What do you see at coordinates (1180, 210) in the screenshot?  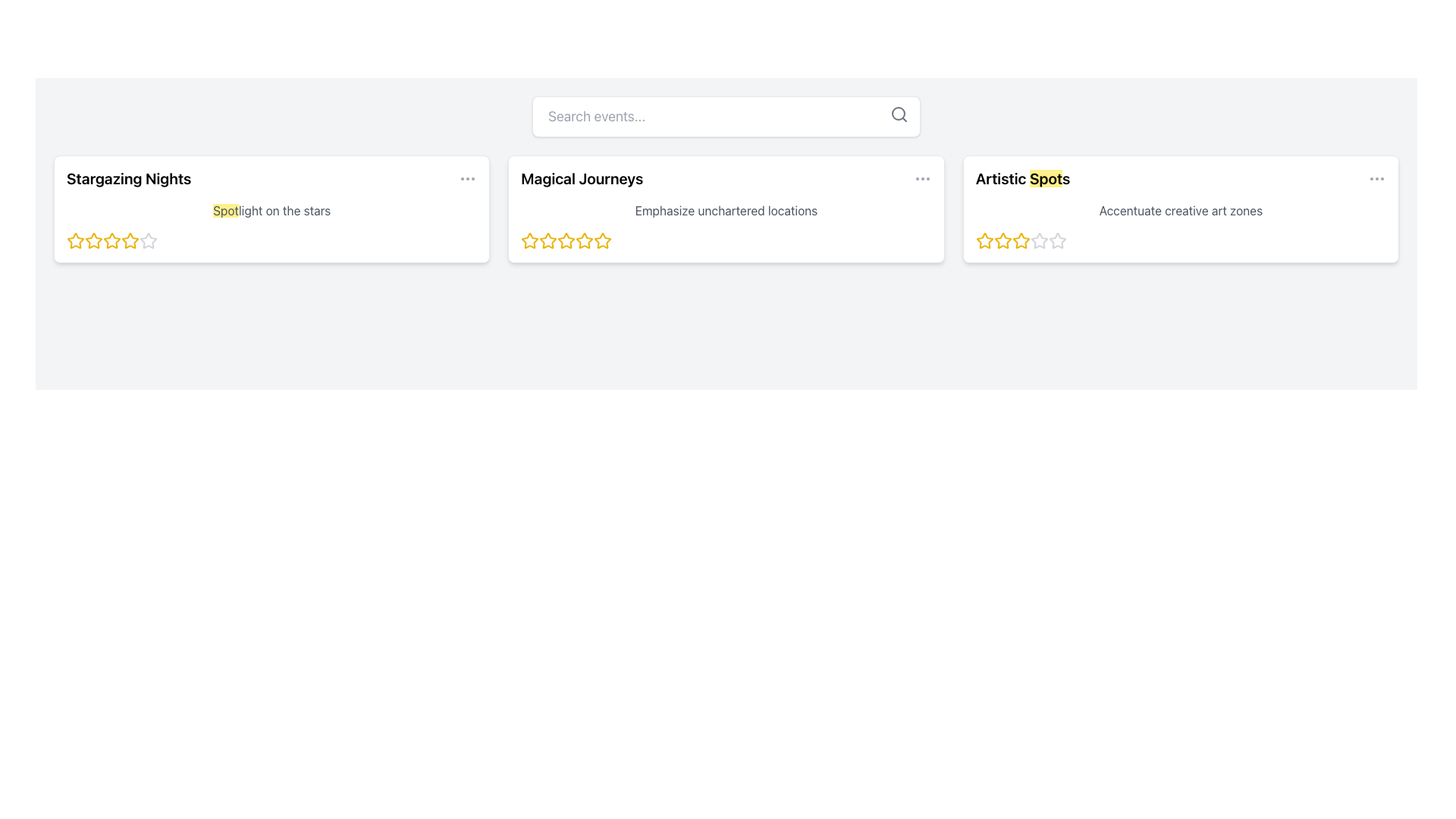 I see `the text element displaying 'Accentuate creative art zones', which is located below the title 'Artistic Spots' in the third content card of a three-card layout` at bounding box center [1180, 210].